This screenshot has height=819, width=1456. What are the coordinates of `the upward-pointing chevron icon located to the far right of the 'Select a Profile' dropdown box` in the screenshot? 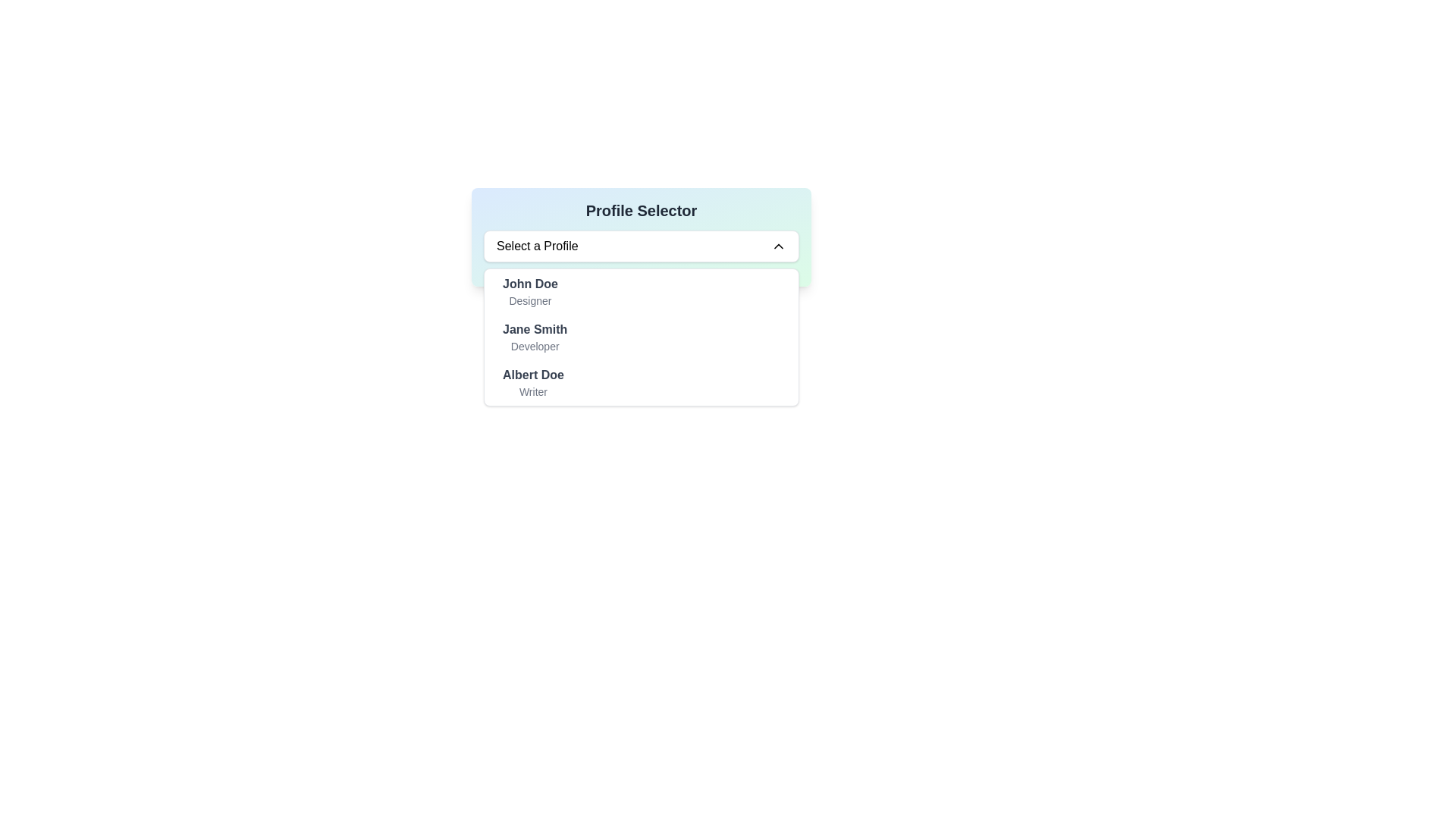 It's located at (779, 245).